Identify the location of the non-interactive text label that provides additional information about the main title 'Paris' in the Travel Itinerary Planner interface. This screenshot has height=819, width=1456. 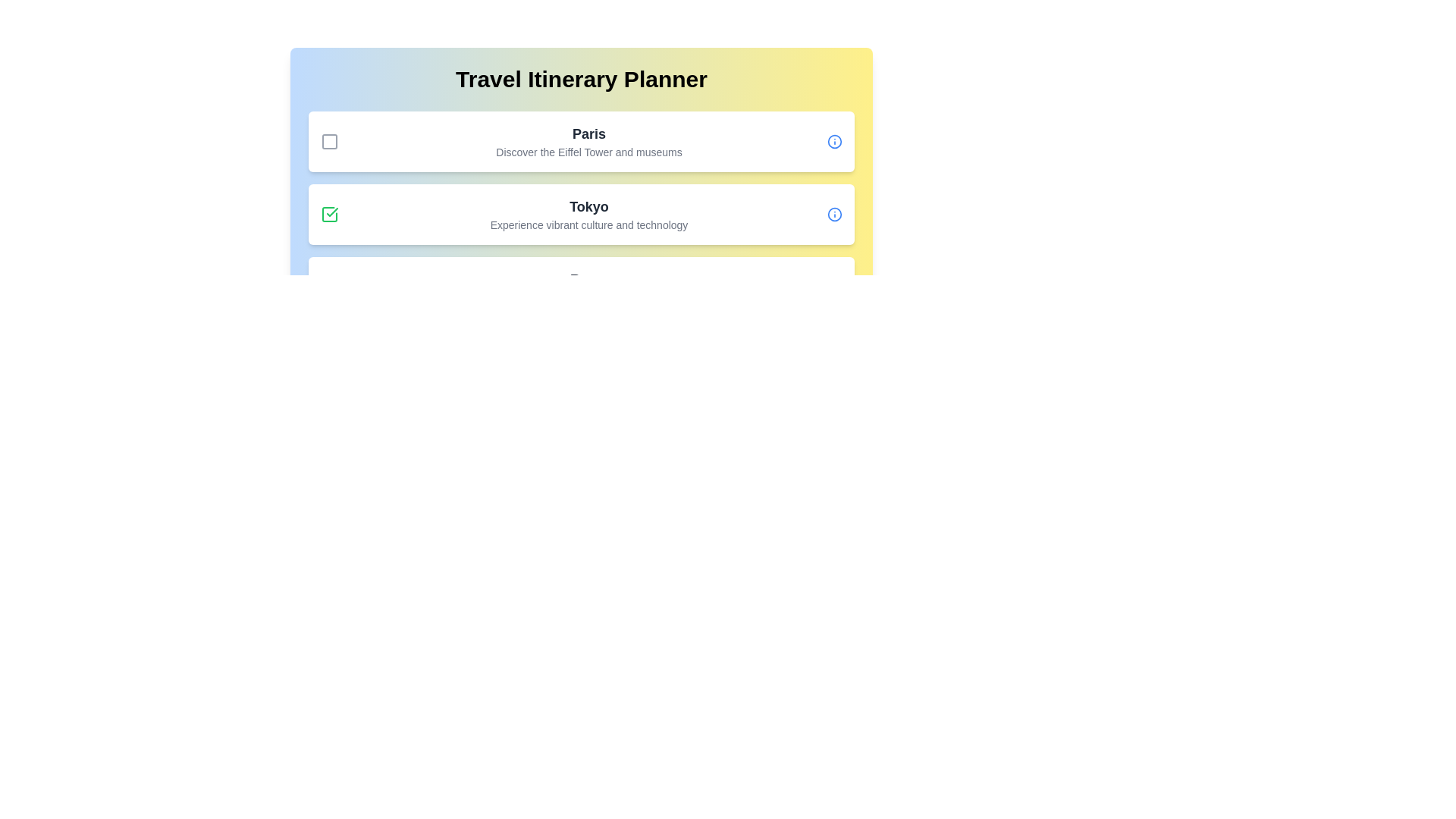
(588, 152).